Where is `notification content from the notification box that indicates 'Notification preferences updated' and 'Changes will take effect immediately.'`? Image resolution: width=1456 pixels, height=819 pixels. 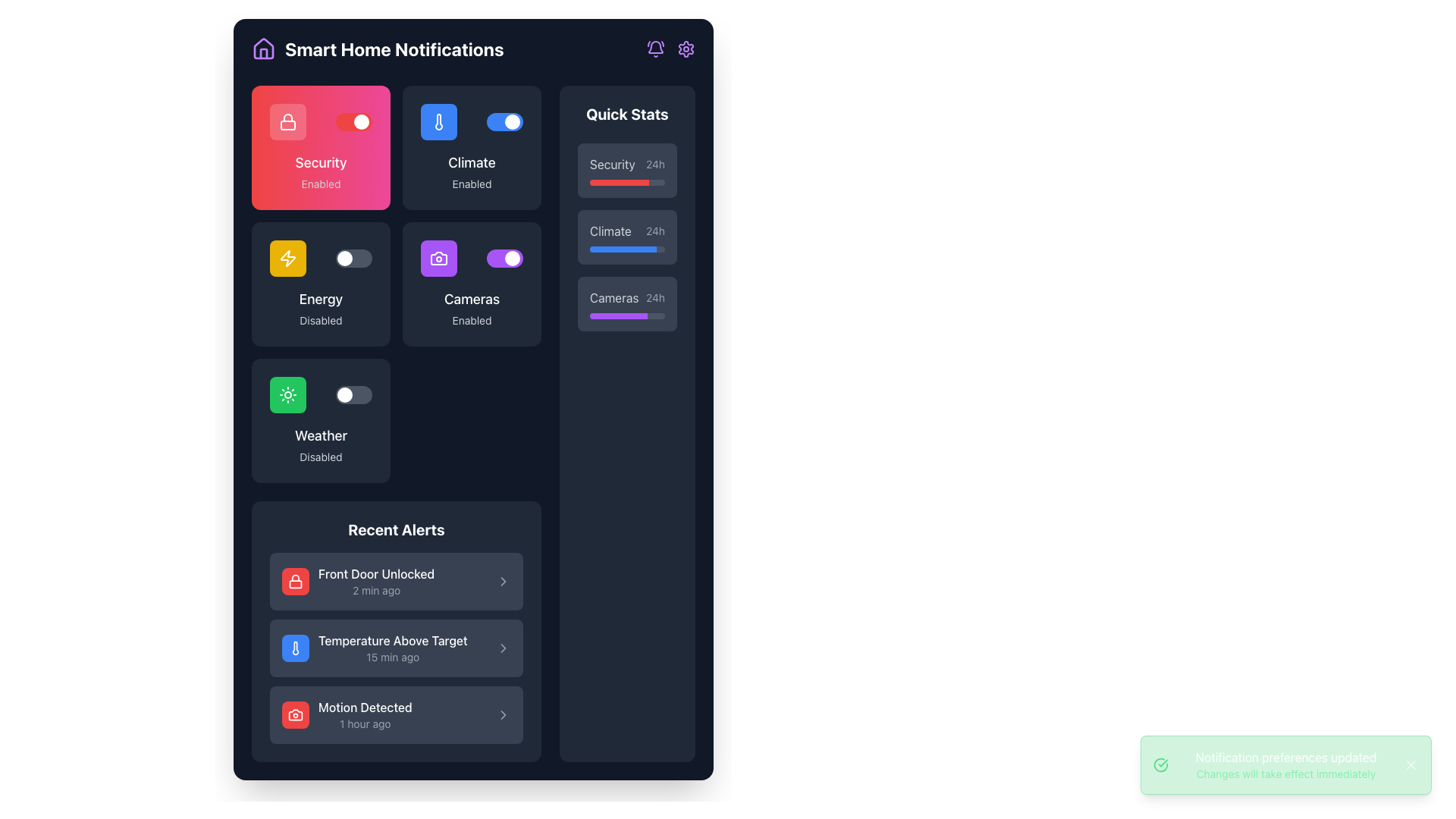 notification content from the notification box that indicates 'Notification preferences updated' and 'Changes will take effect immediately.' is located at coordinates (1285, 765).